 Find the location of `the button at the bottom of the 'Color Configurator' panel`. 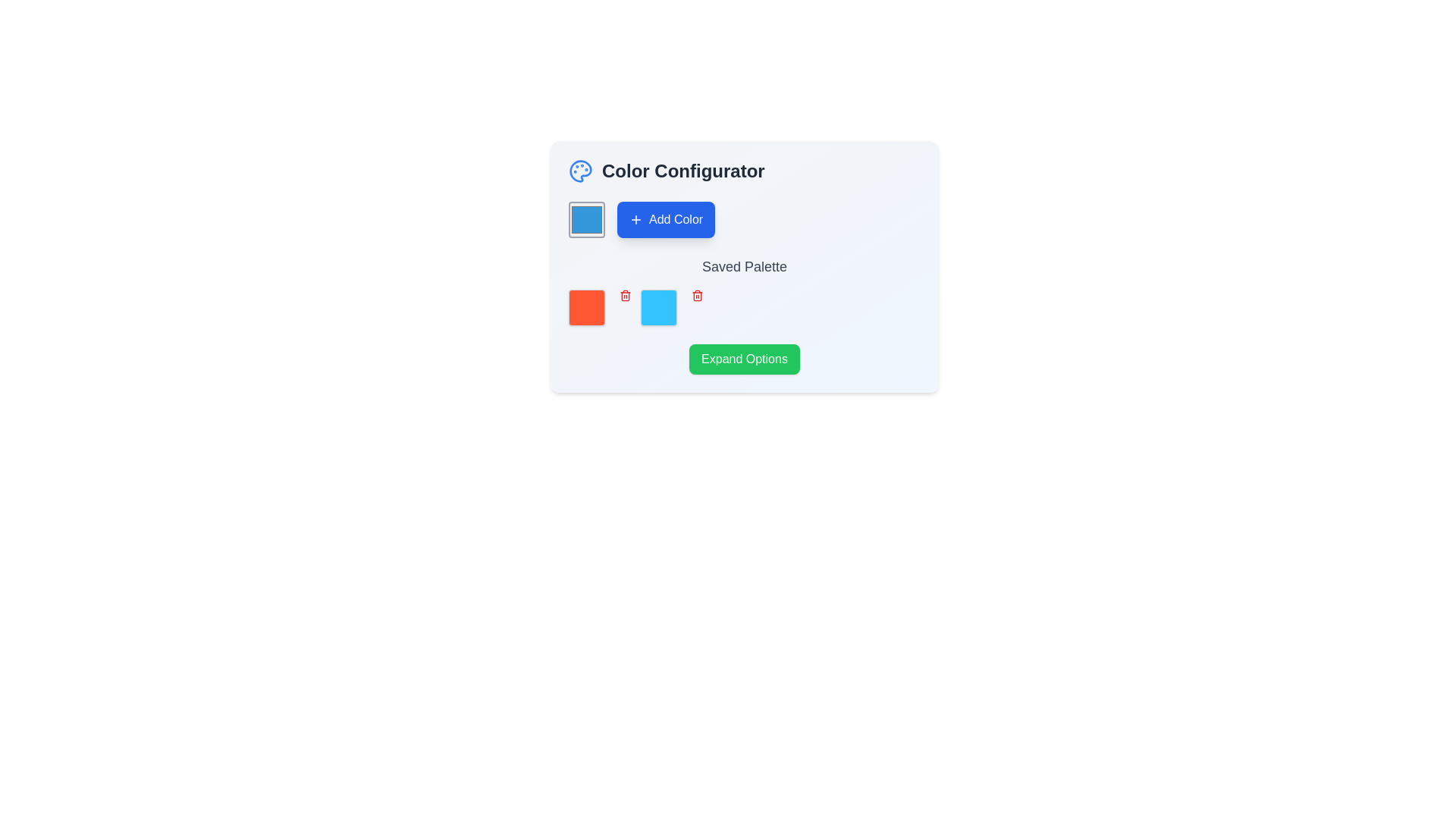

the button at the bottom of the 'Color Configurator' panel is located at coordinates (745, 359).